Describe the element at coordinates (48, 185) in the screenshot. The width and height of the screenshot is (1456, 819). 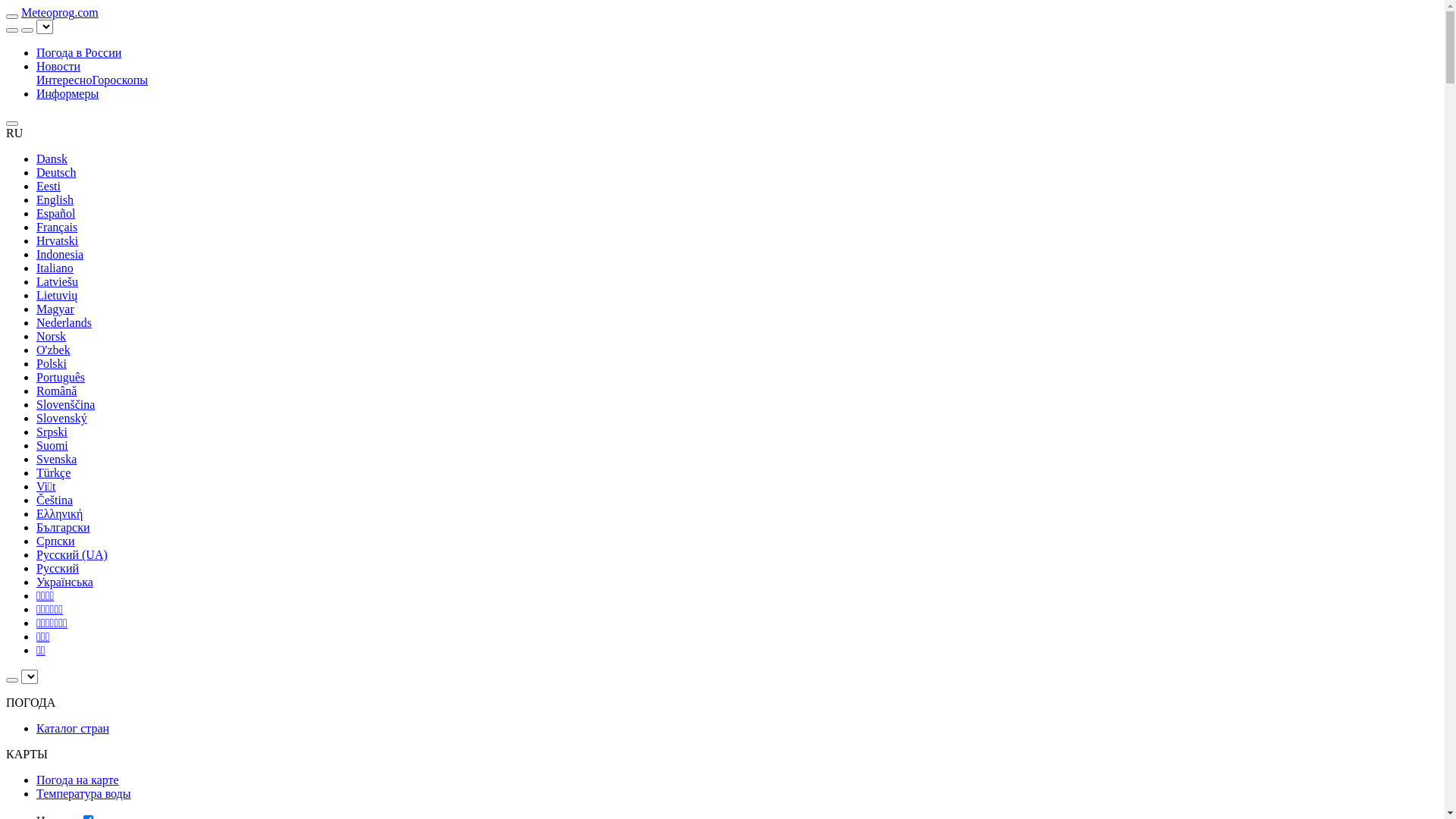
I see `'Eesti'` at that location.